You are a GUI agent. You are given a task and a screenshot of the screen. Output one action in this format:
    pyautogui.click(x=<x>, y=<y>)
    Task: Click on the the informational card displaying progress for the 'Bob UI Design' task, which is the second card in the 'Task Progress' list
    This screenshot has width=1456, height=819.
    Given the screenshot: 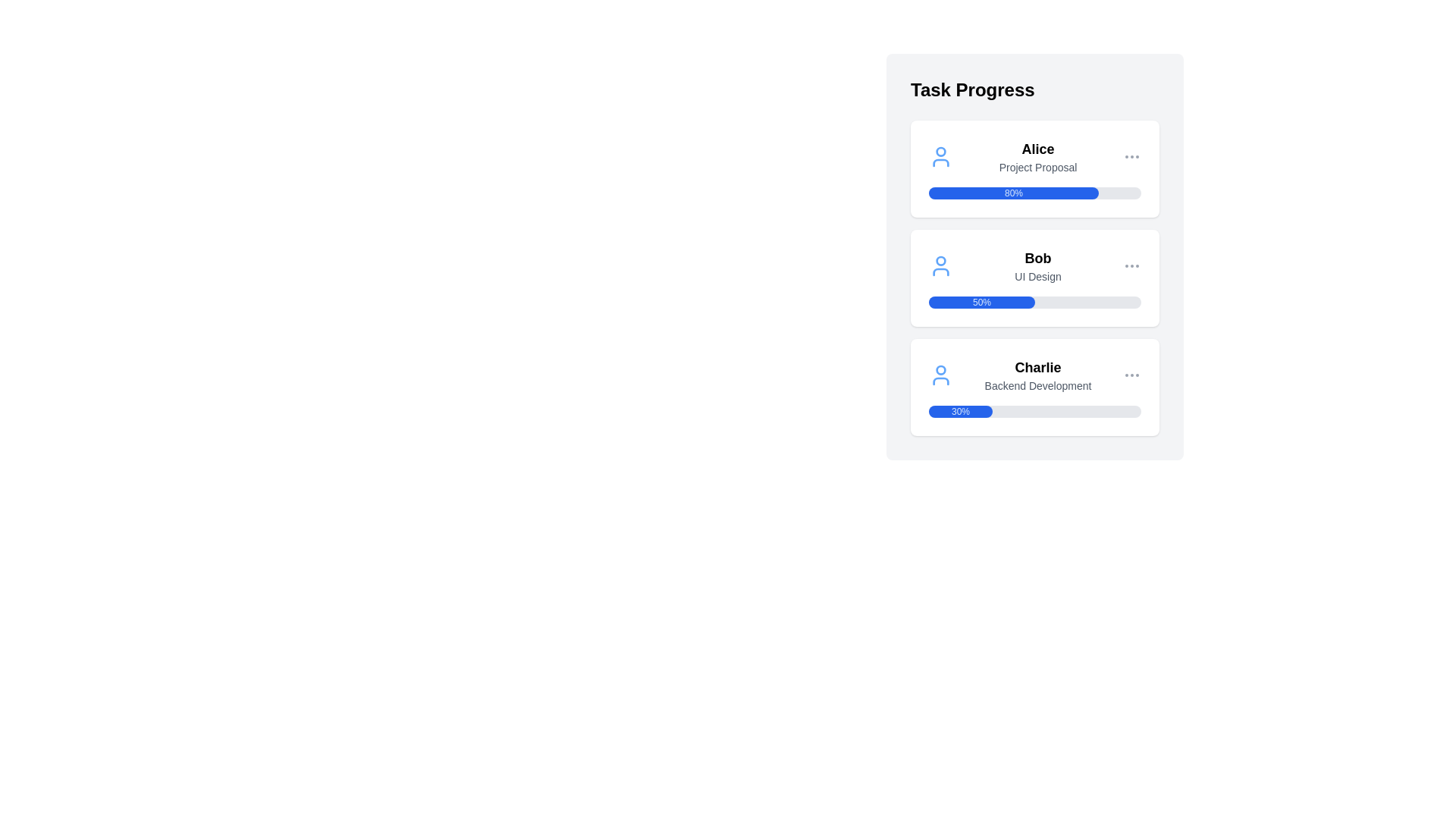 What is the action you would take?
    pyautogui.click(x=1034, y=278)
    